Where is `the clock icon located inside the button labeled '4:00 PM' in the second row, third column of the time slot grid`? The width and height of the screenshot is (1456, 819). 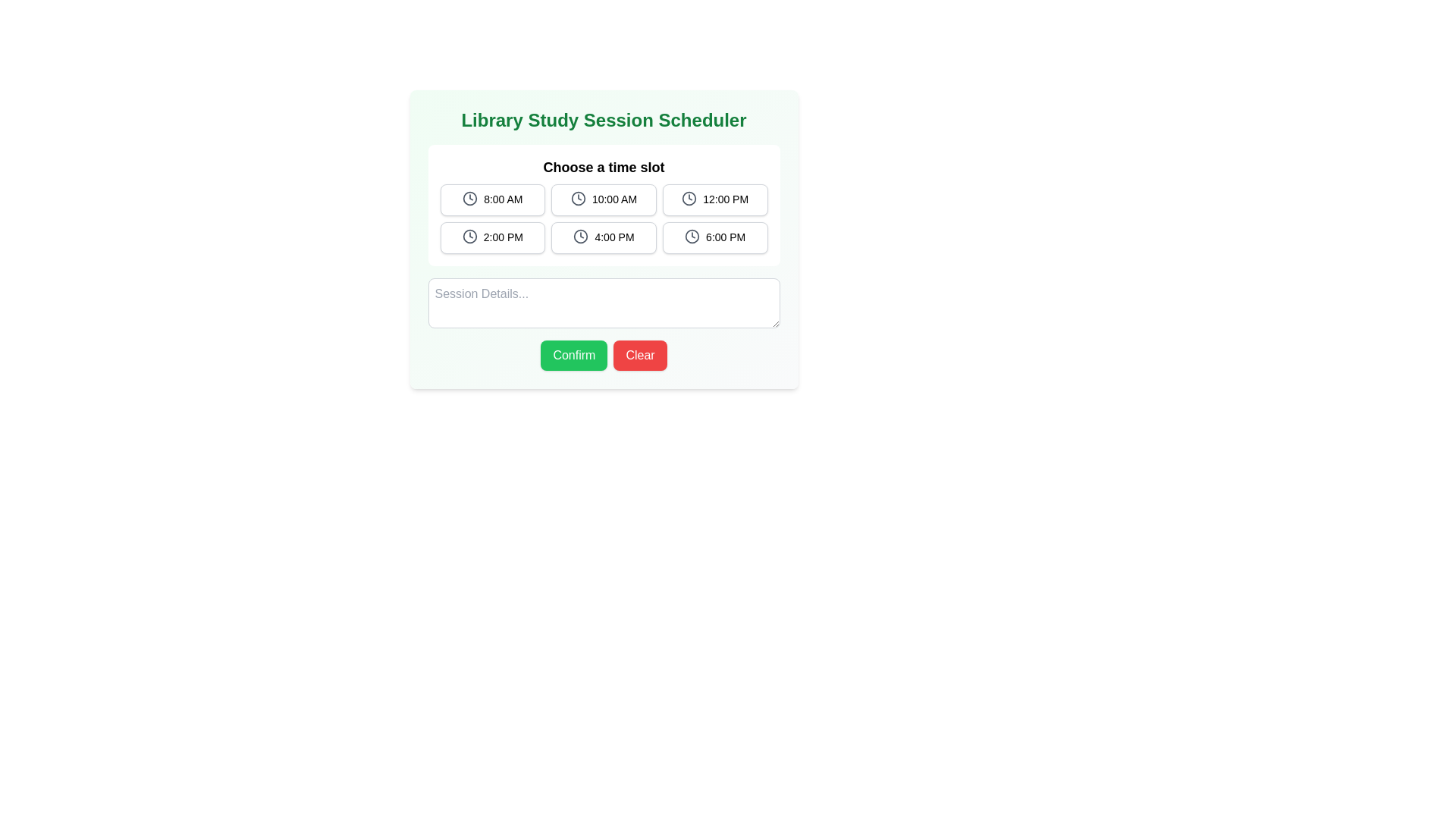
the clock icon located inside the button labeled '4:00 PM' in the second row, third column of the time slot grid is located at coordinates (580, 237).